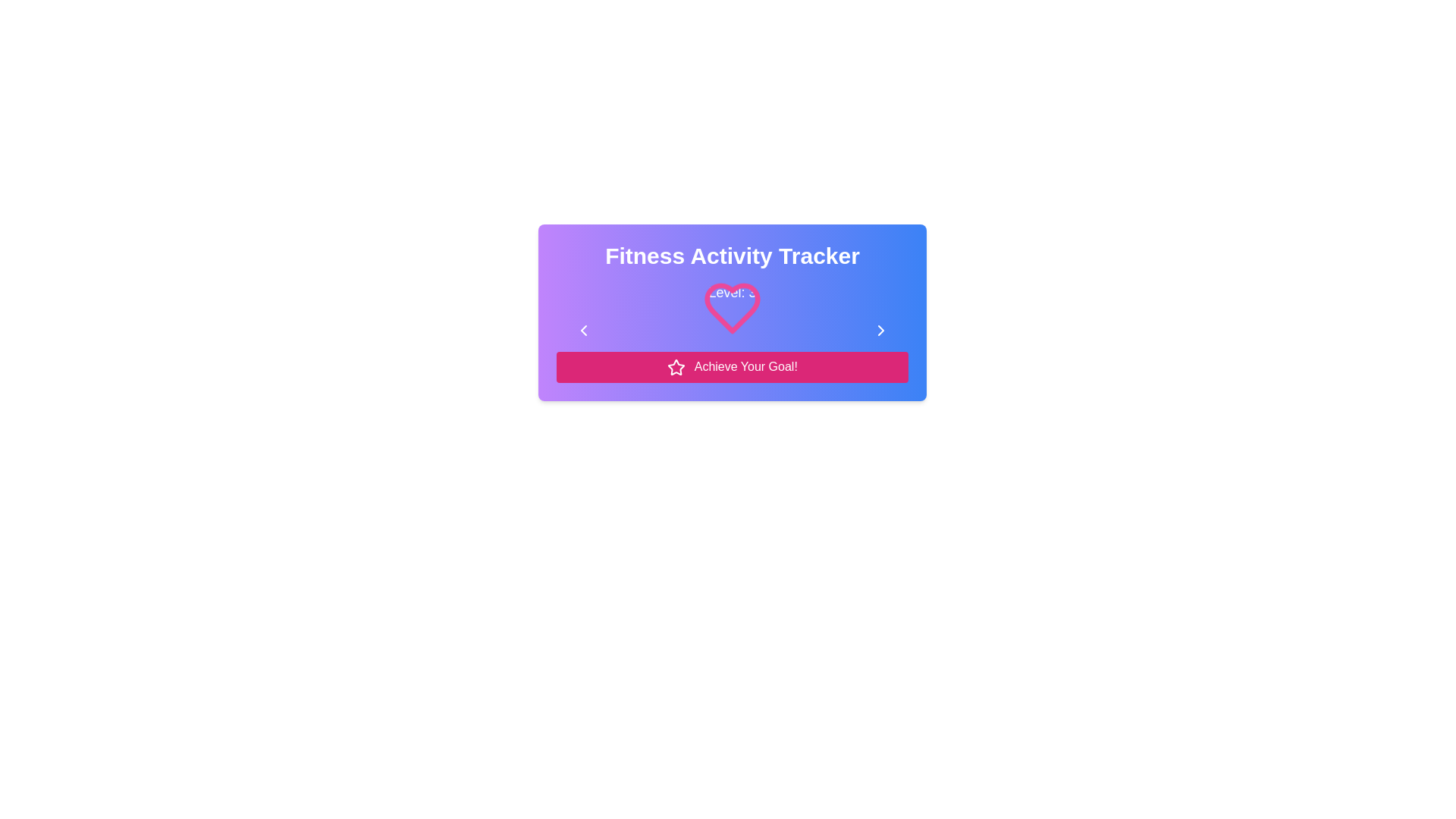 Image resolution: width=1456 pixels, height=819 pixels. Describe the element at coordinates (732, 315) in the screenshot. I see `the heart icon located below the 'Fitness Activity Tracker' label and above the 'Achieve Your Goal!' button, which serves as a decorative element related to fitness goals` at that location.